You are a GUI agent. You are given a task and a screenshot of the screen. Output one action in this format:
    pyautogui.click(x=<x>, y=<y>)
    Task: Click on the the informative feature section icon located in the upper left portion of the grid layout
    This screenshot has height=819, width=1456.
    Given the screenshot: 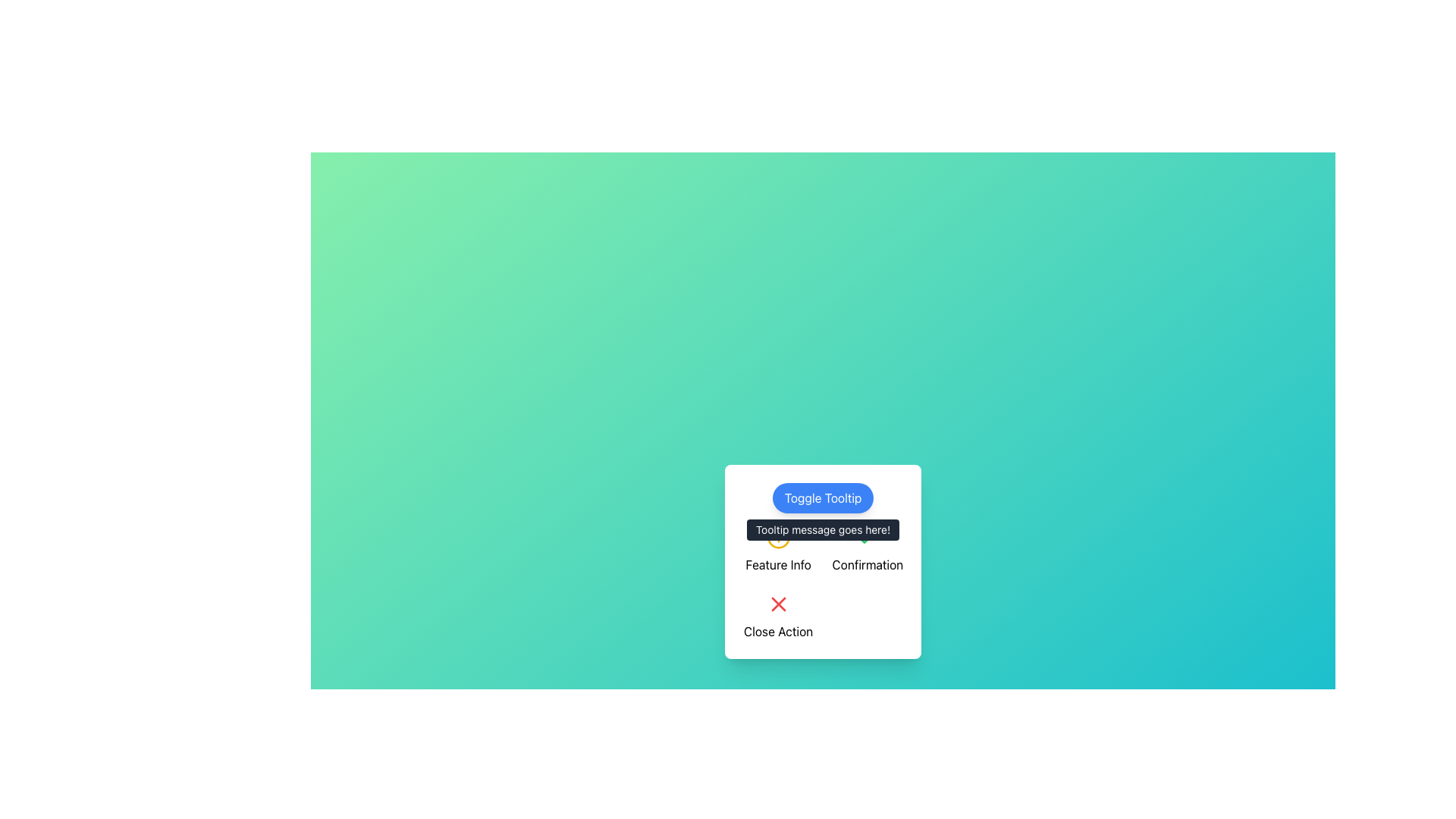 What is the action you would take?
    pyautogui.click(x=778, y=550)
    